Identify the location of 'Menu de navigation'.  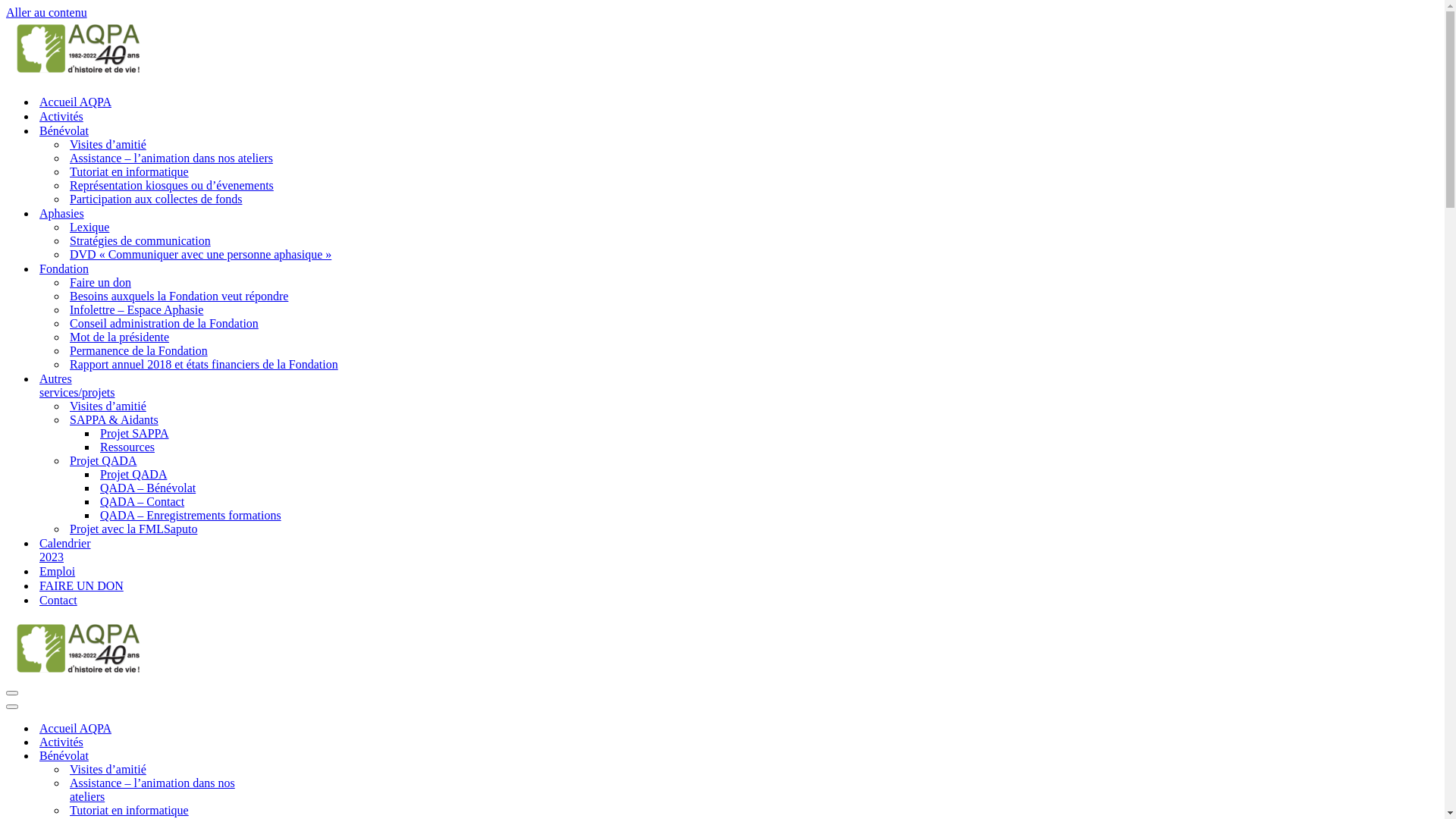
(11, 693).